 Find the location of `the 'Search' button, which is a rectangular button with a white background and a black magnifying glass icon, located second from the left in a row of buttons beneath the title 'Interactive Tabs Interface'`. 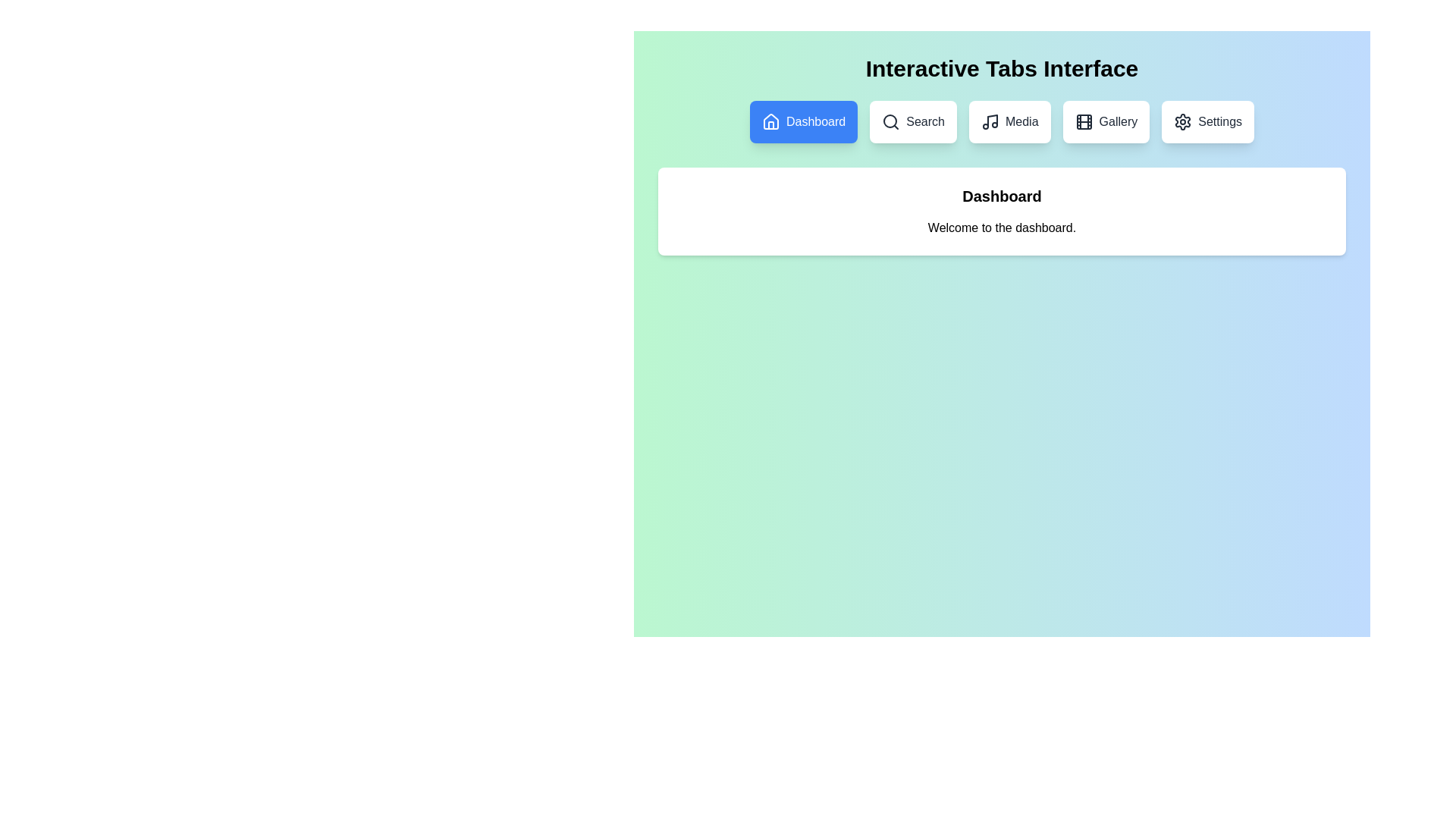

the 'Search' button, which is a rectangular button with a white background and a black magnifying glass icon, located second from the left in a row of buttons beneath the title 'Interactive Tabs Interface' is located at coordinates (912, 121).